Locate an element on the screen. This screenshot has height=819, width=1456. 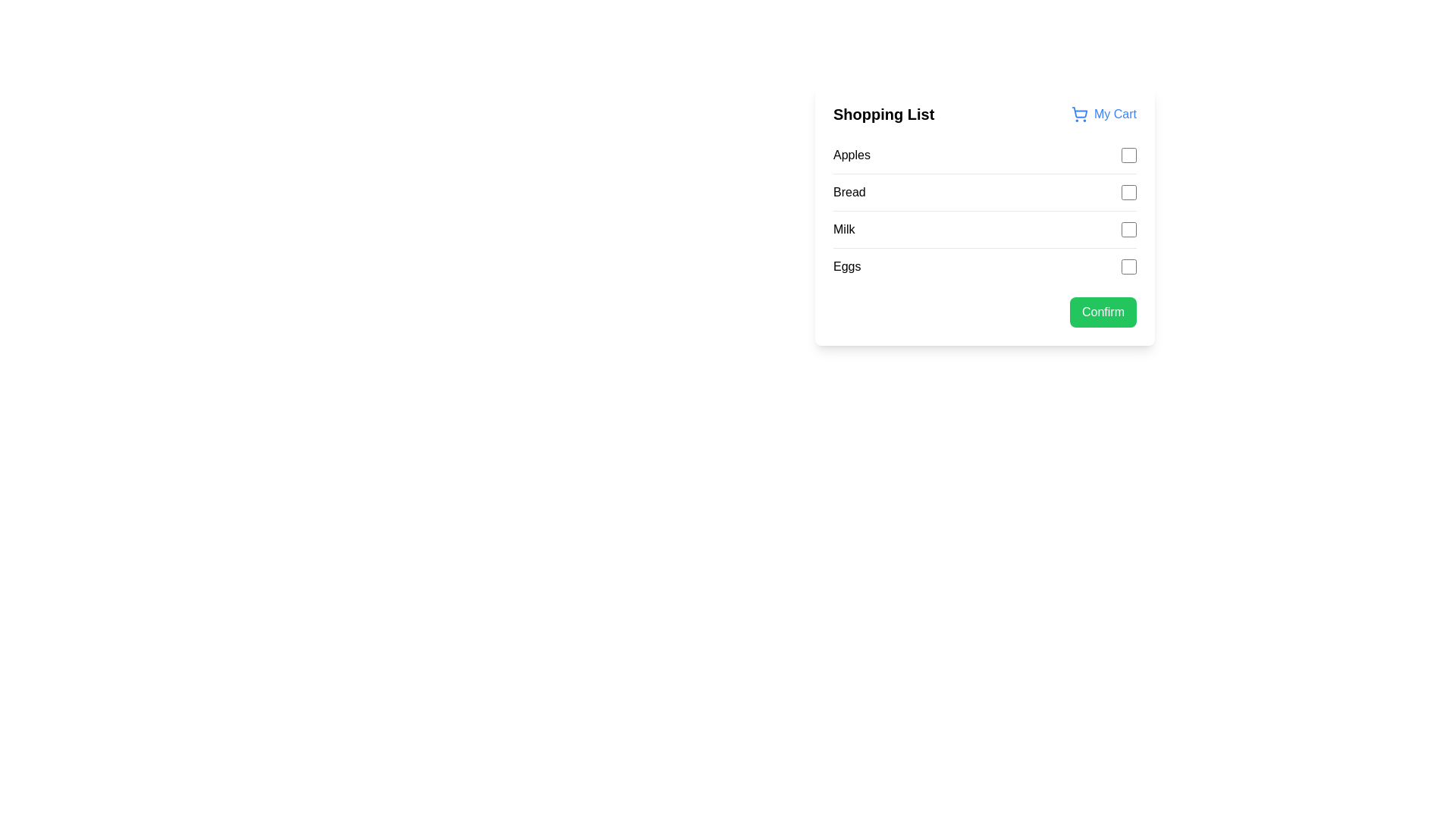
keyboard navigation is located at coordinates (1128, 155).